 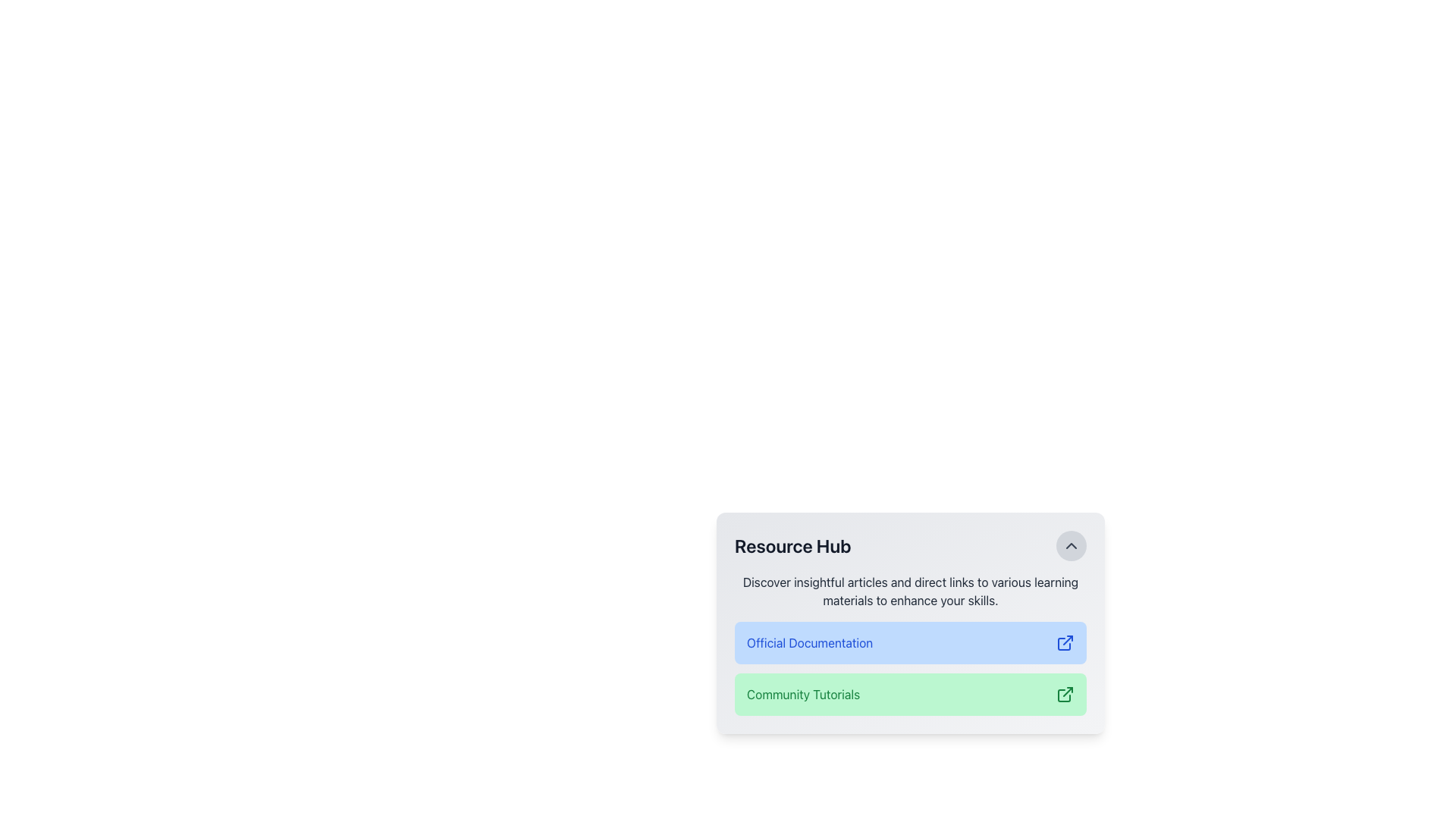 What do you see at coordinates (1063, 695) in the screenshot?
I see `the bottom component of the grouped icon set located at the bottom-right of the green-highlighted 'Community Tutorials' button` at bounding box center [1063, 695].